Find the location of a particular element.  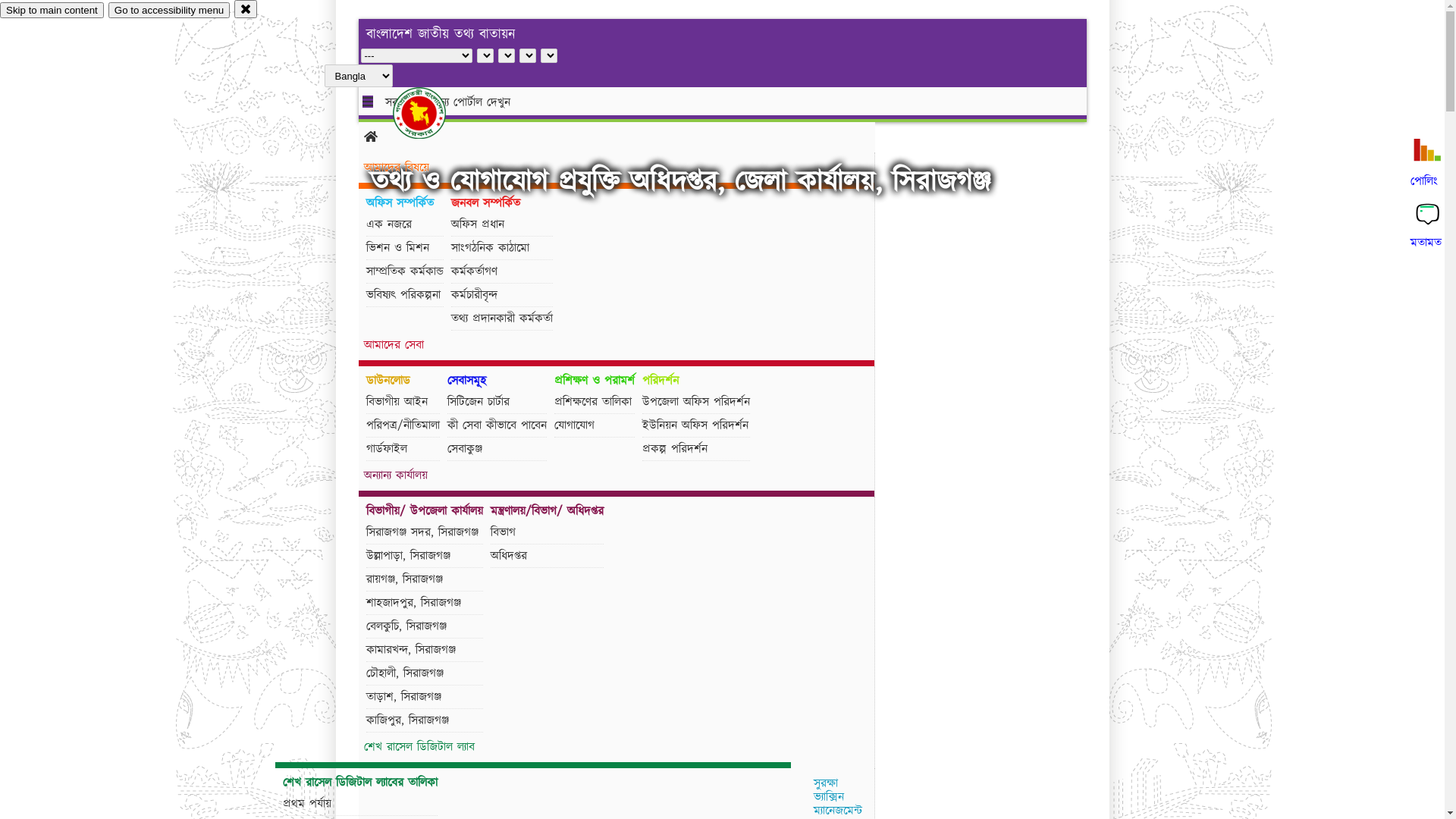

'close' is located at coordinates (233, 8).